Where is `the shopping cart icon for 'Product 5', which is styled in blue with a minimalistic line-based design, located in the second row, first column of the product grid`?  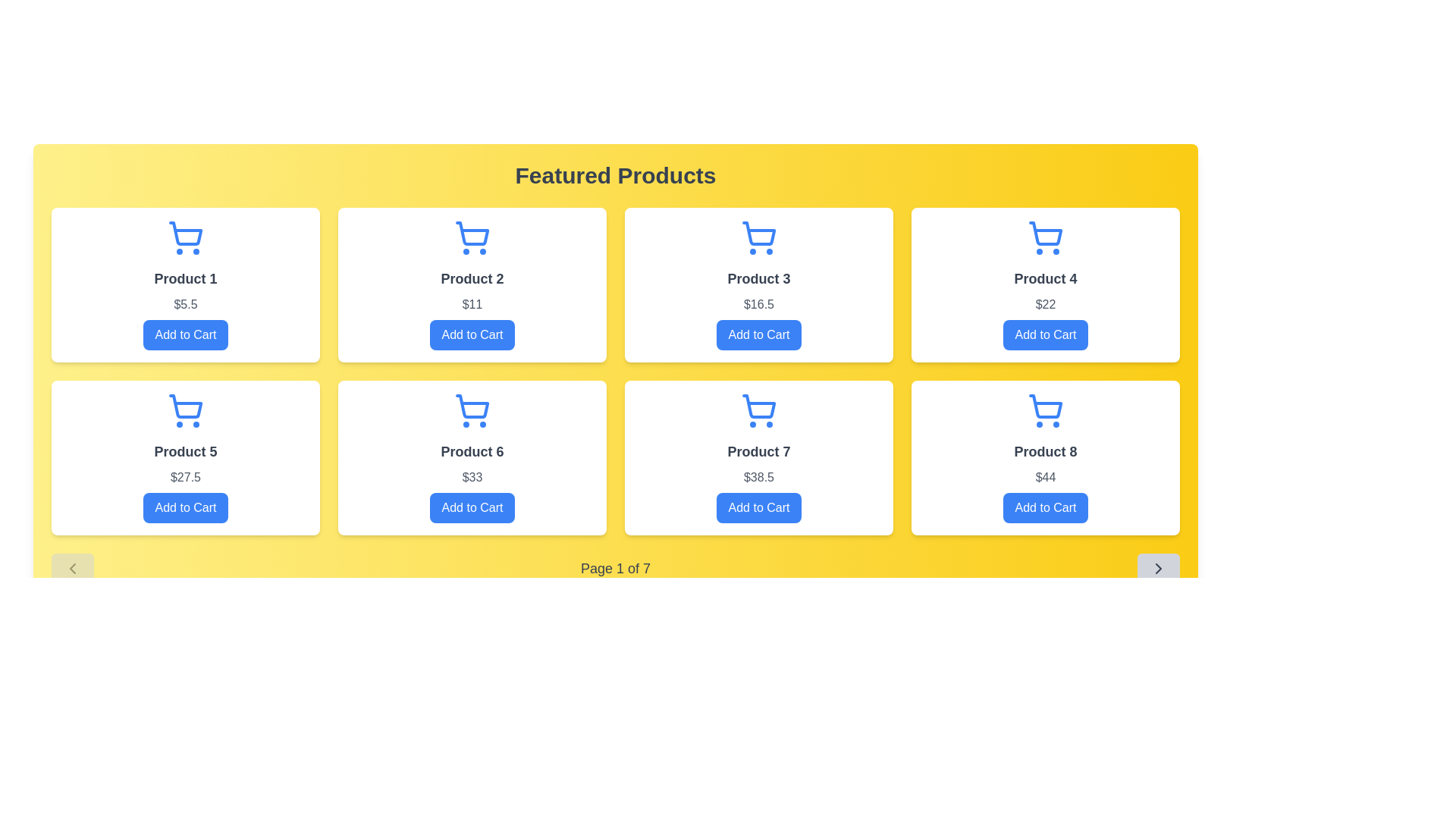 the shopping cart icon for 'Product 5', which is styled in blue with a minimalistic line-based design, located in the second row, first column of the product grid is located at coordinates (185, 406).